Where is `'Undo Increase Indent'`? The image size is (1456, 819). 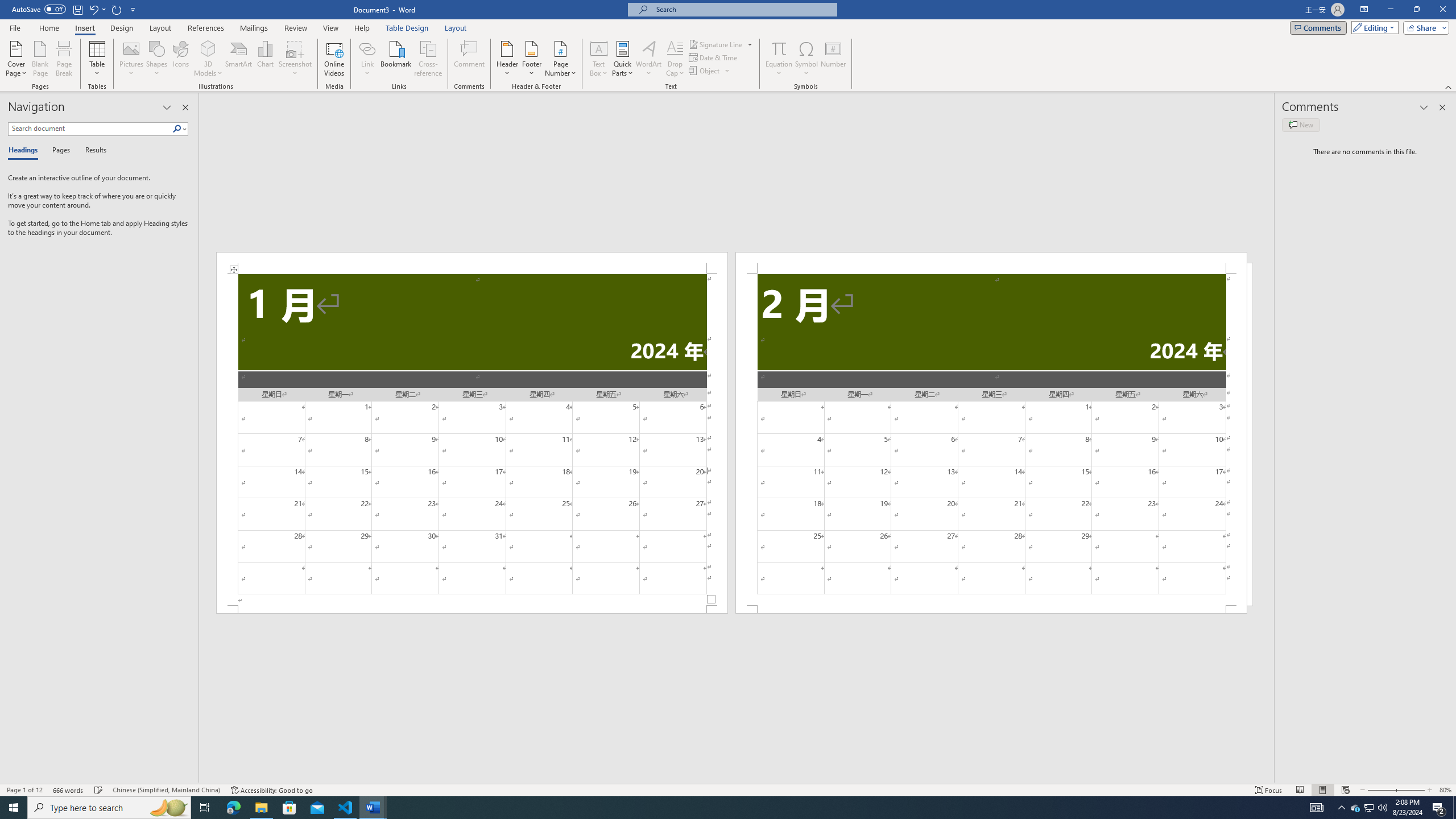
'Undo Increase Indent' is located at coordinates (97, 9).